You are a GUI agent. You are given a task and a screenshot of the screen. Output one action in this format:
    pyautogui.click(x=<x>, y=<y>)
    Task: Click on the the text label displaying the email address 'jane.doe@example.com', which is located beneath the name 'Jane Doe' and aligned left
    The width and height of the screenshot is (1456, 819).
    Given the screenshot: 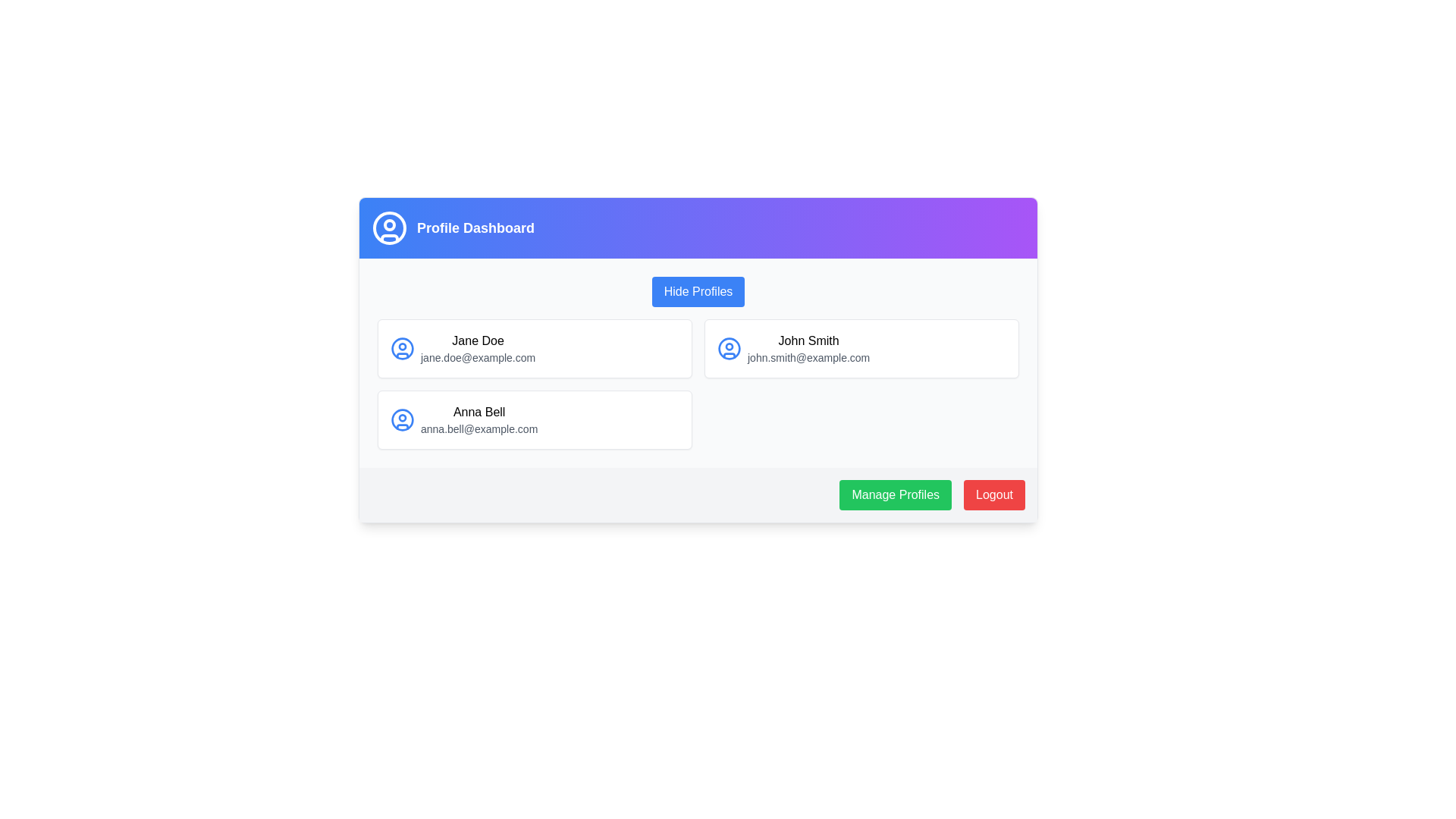 What is the action you would take?
    pyautogui.click(x=477, y=357)
    